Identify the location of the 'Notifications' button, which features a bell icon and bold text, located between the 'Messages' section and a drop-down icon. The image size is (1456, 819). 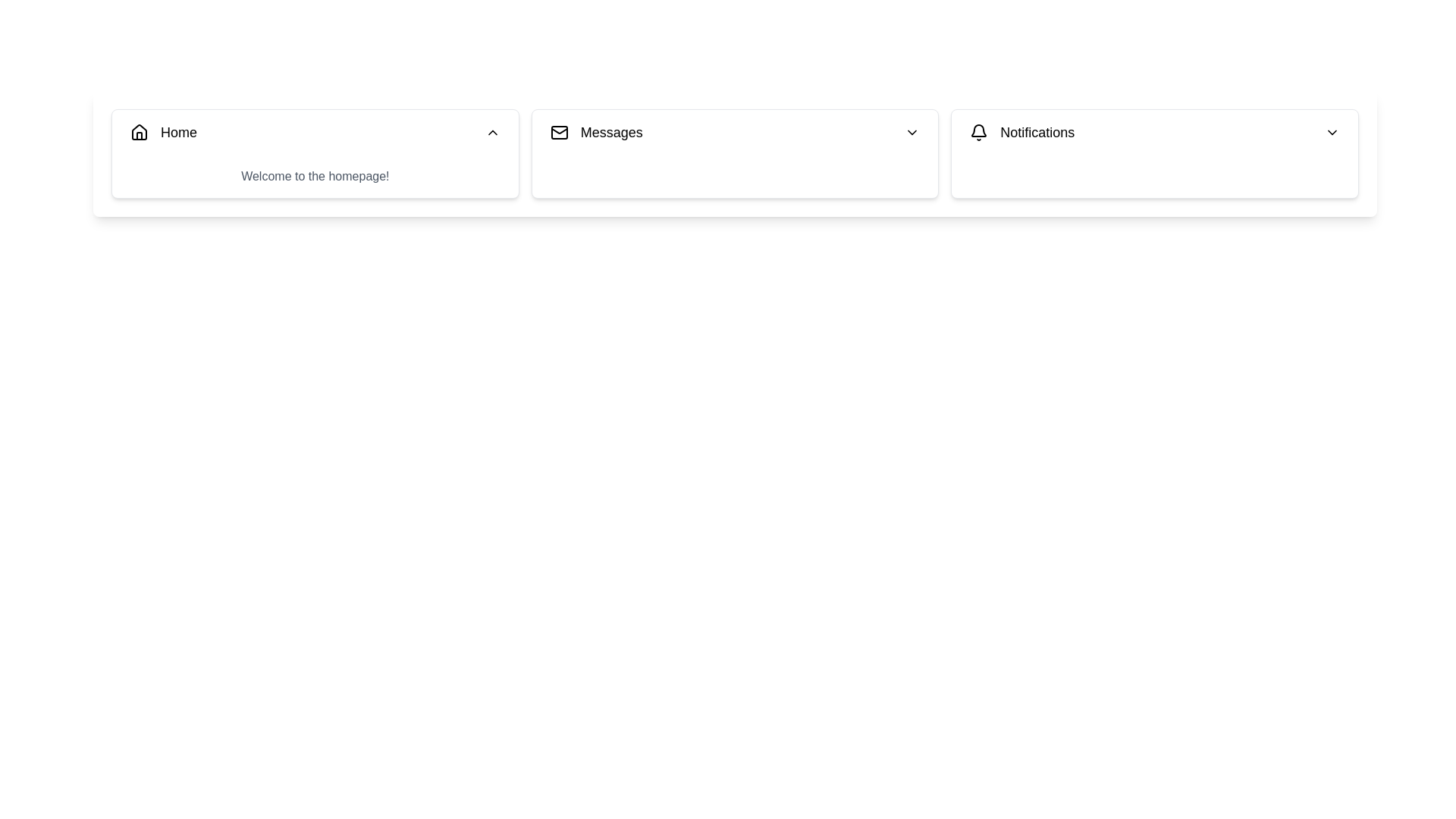
(1022, 131).